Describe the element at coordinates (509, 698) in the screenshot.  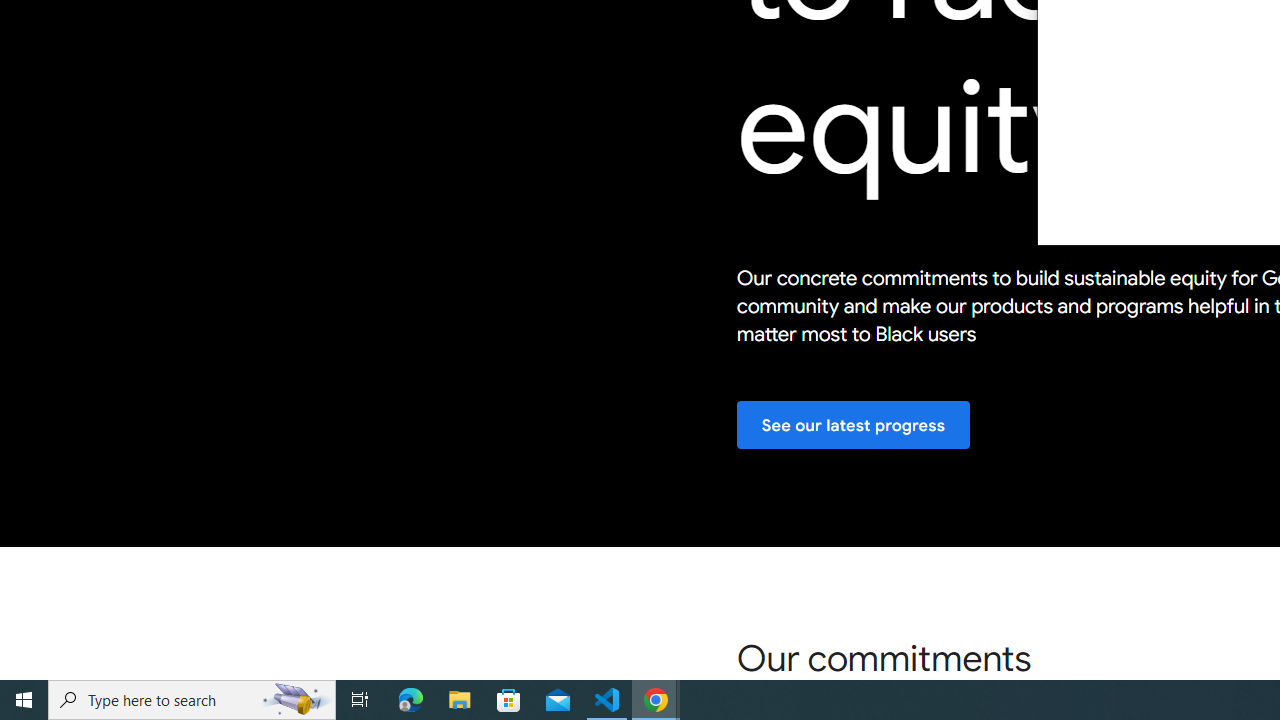
I see `'Microsoft Store'` at that location.